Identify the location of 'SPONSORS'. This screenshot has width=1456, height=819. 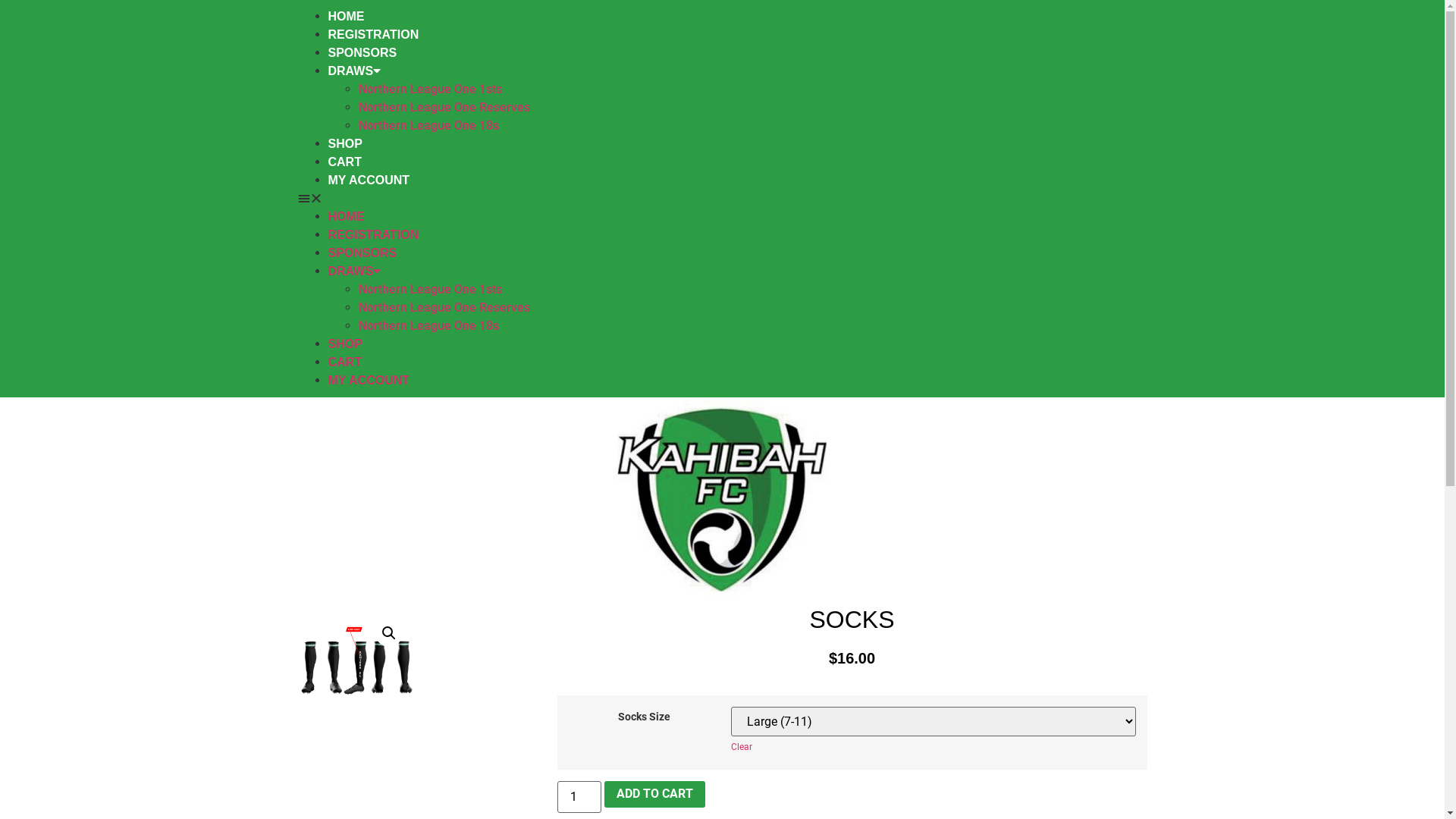
(361, 52).